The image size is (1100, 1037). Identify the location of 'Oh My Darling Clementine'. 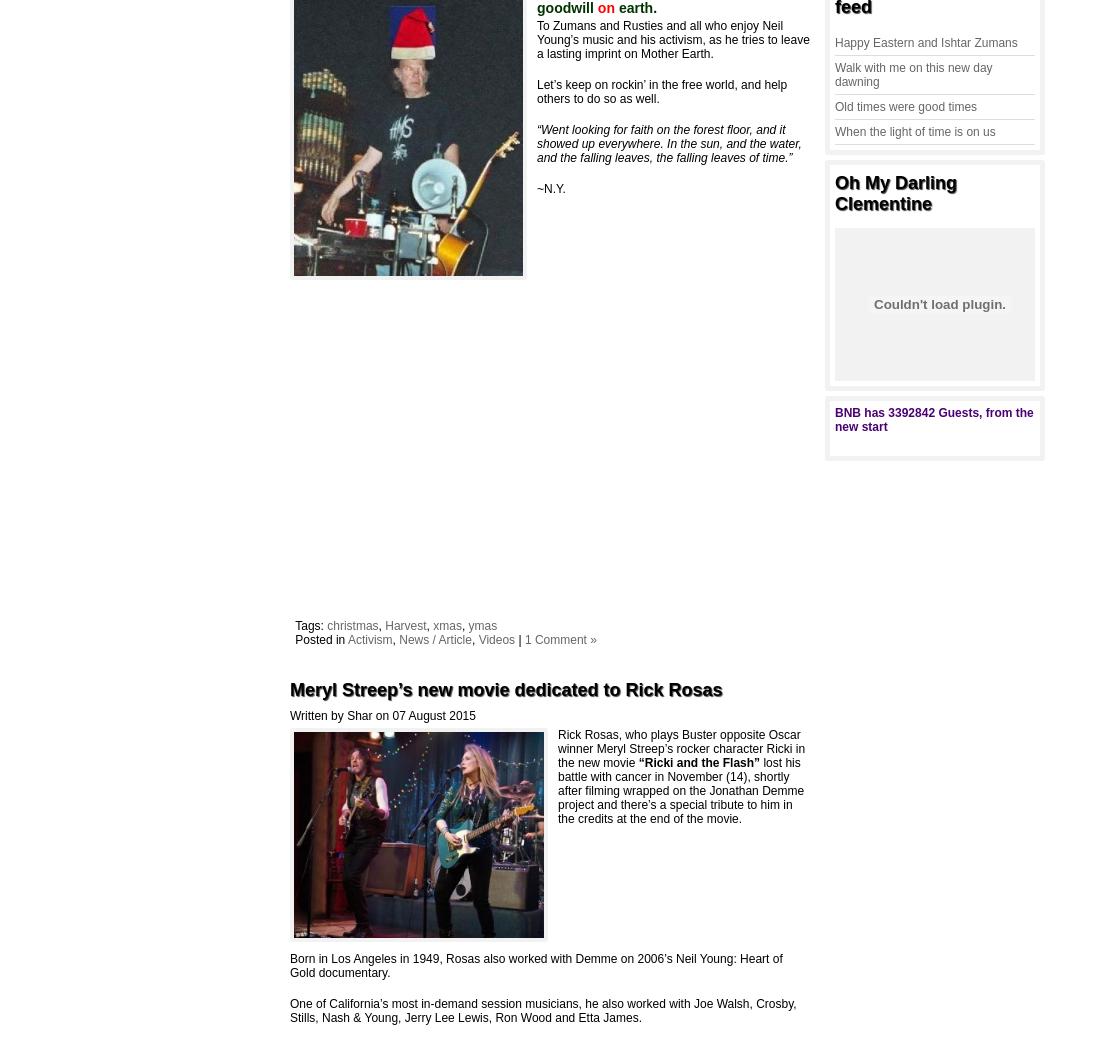
(834, 192).